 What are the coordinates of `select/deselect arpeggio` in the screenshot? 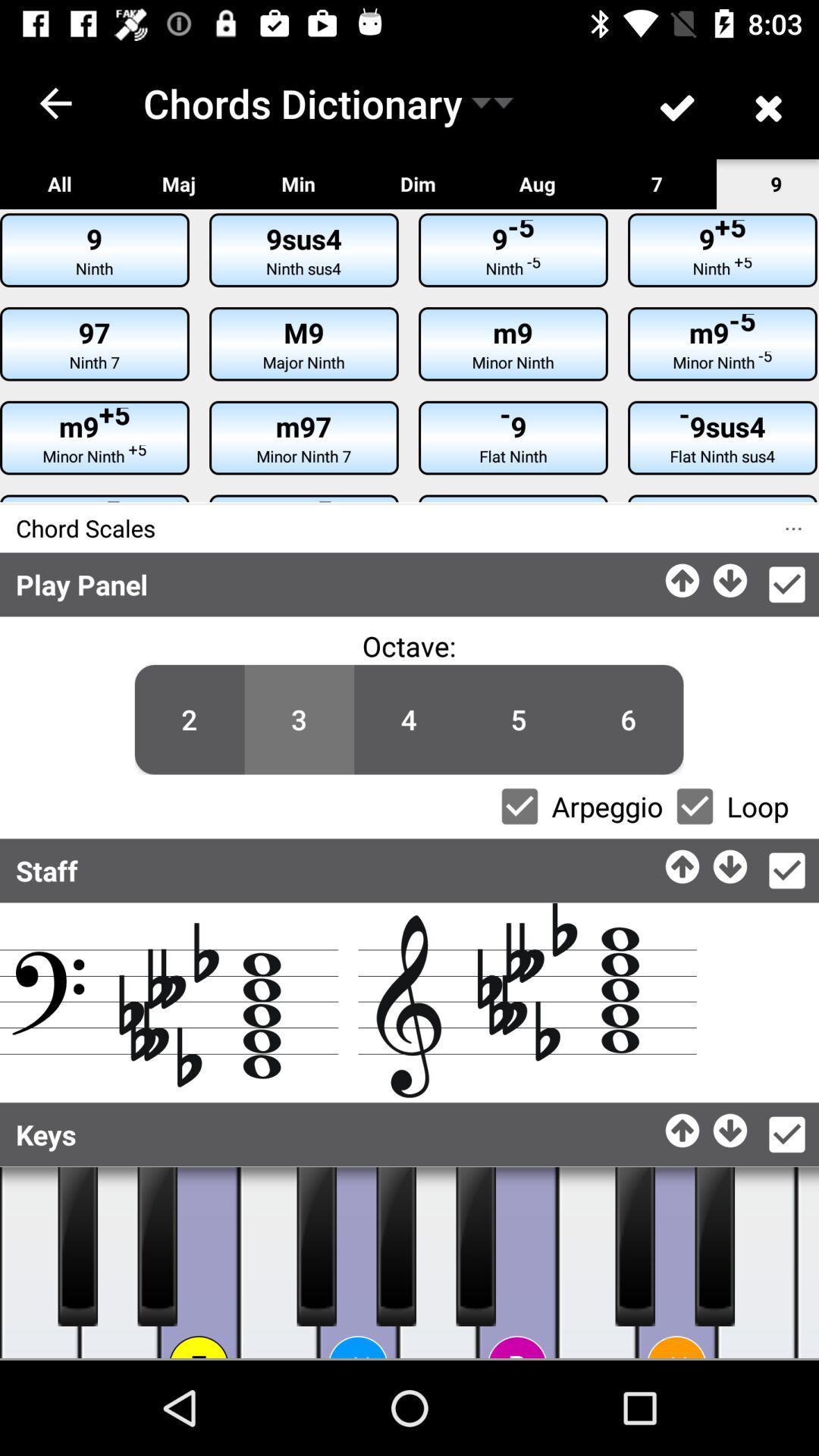 It's located at (519, 805).